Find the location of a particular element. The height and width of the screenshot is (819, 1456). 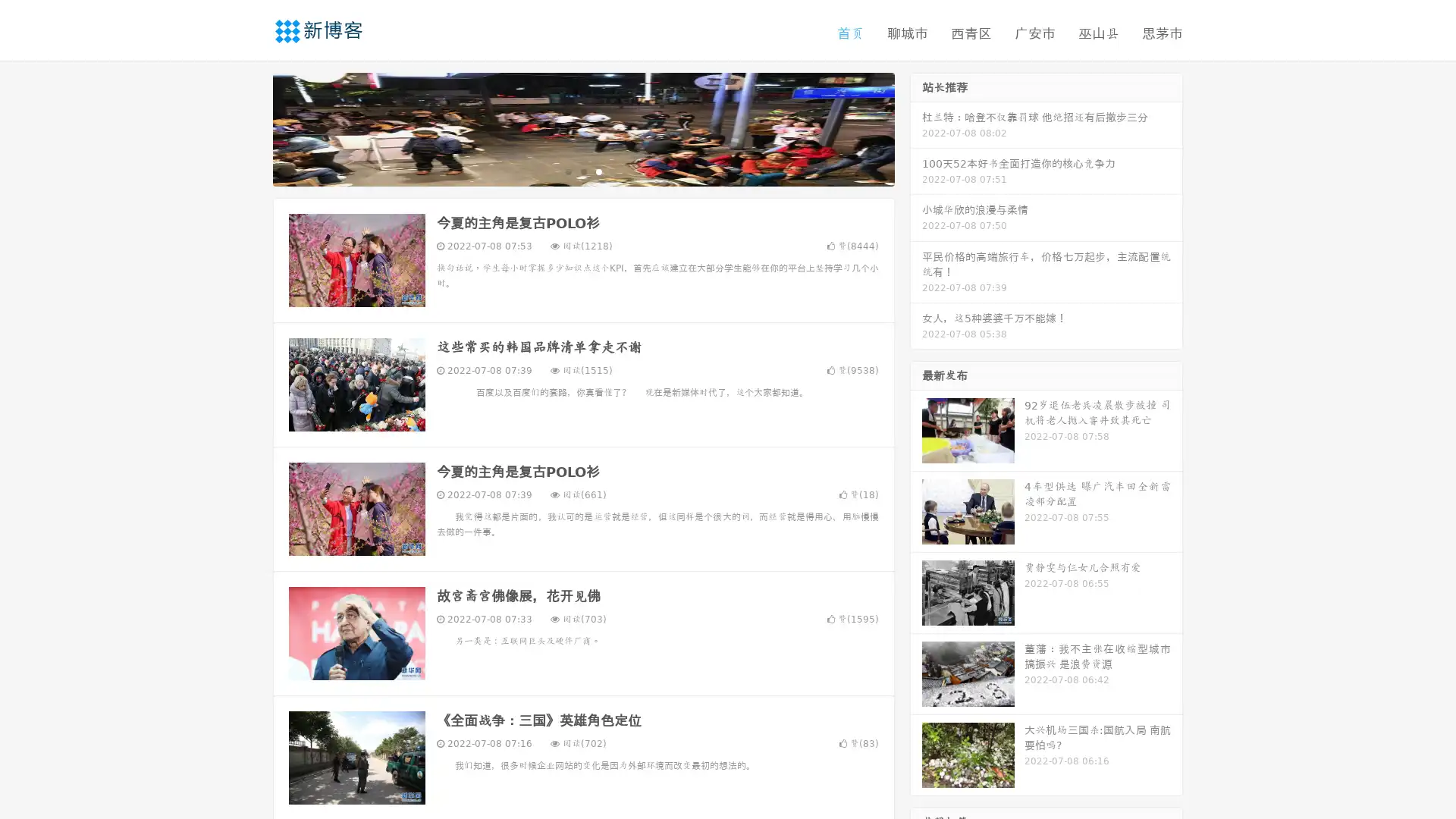

Previous slide is located at coordinates (250, 127).